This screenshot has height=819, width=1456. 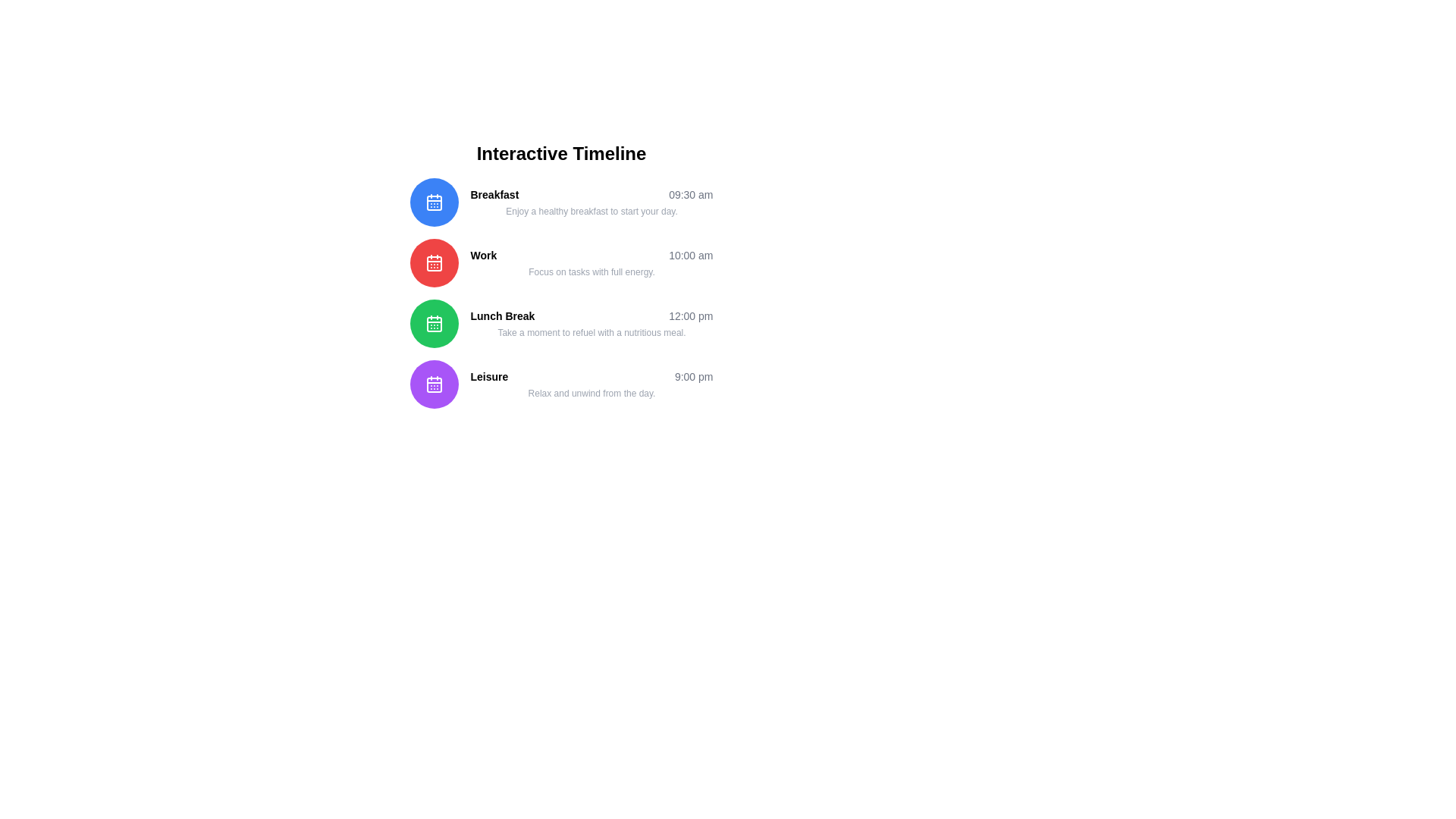 What do you see at coordinates (433, 201) in the screenshot?
I see `the date icon located in the topmost entry of the vertical timeline layout, which is inside a circular blue background to the left of the 'Breakfast' label` at bounding box center [433, 201].